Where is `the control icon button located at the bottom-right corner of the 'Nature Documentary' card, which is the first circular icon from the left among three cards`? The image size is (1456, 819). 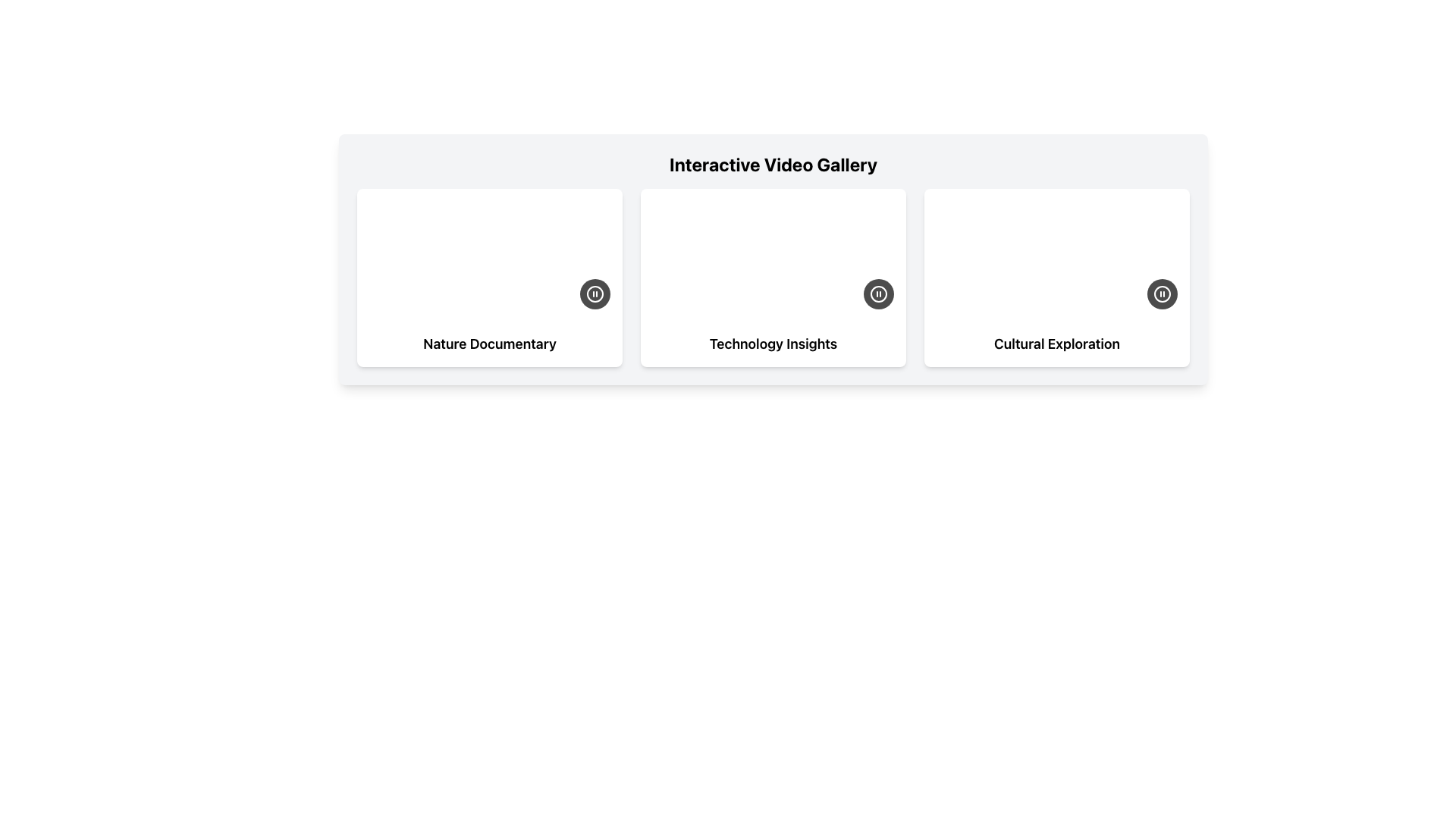 the control icon button located at the bottom-right corner of the 'Nature Documentary' card, which is the first circular icon from the left among three cards is located at coordinates (595, 294).